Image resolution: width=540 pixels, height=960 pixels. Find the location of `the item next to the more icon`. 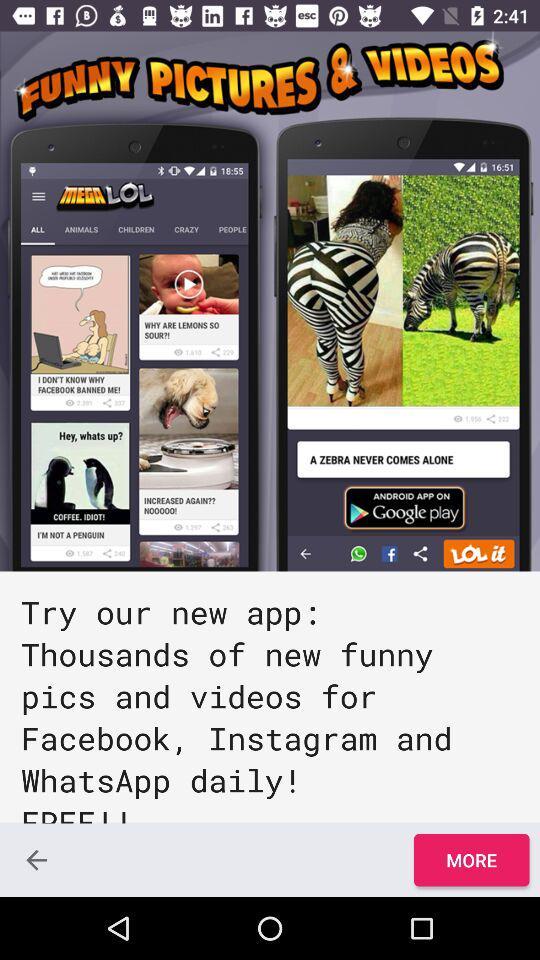

the item next to the more icon is located at coordinates (36, 859).